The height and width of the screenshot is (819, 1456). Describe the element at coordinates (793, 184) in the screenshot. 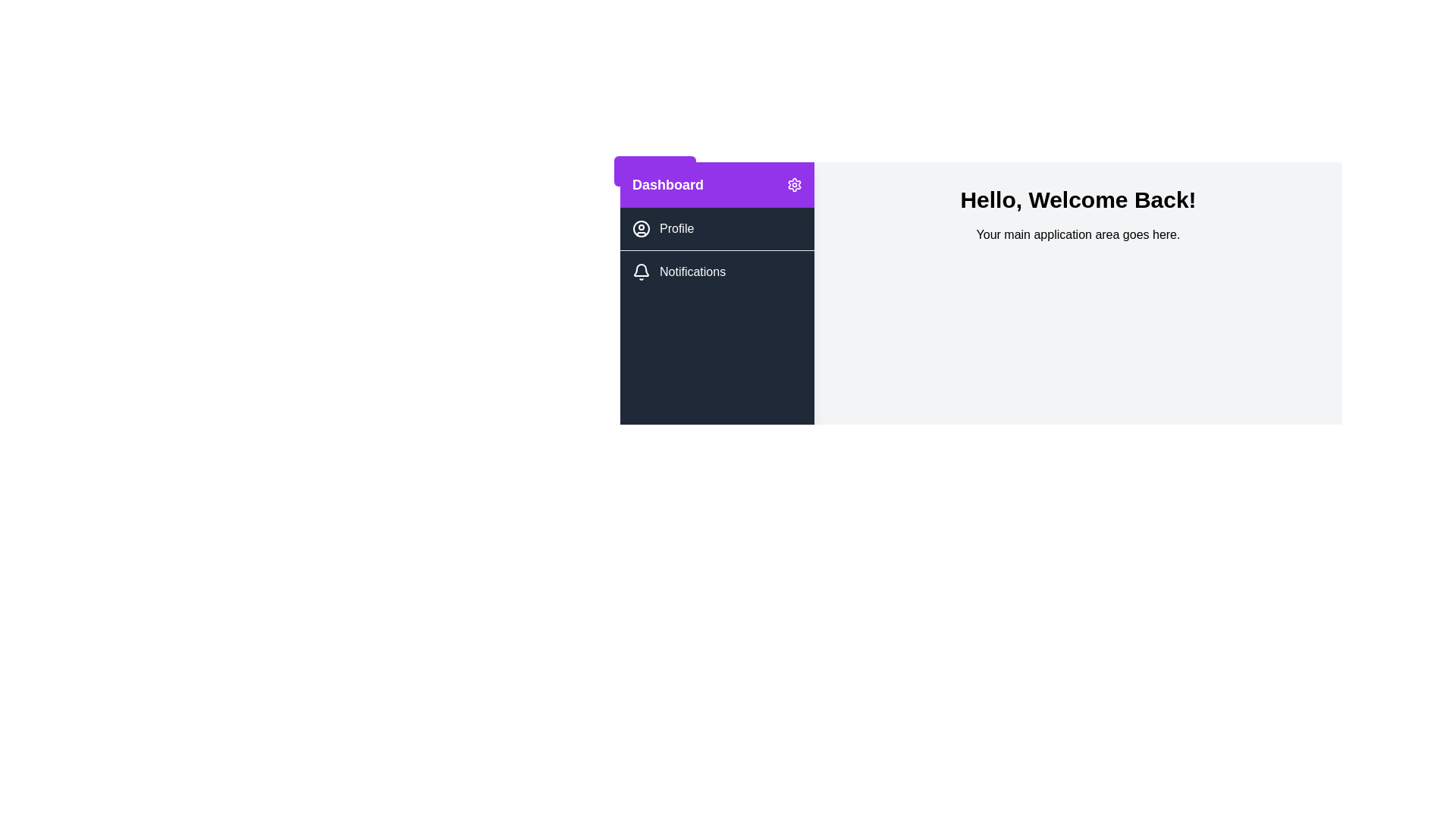

I see `the purple gear icon located in the top-right corner of the 'Dashboard' navigation bar` at that location.